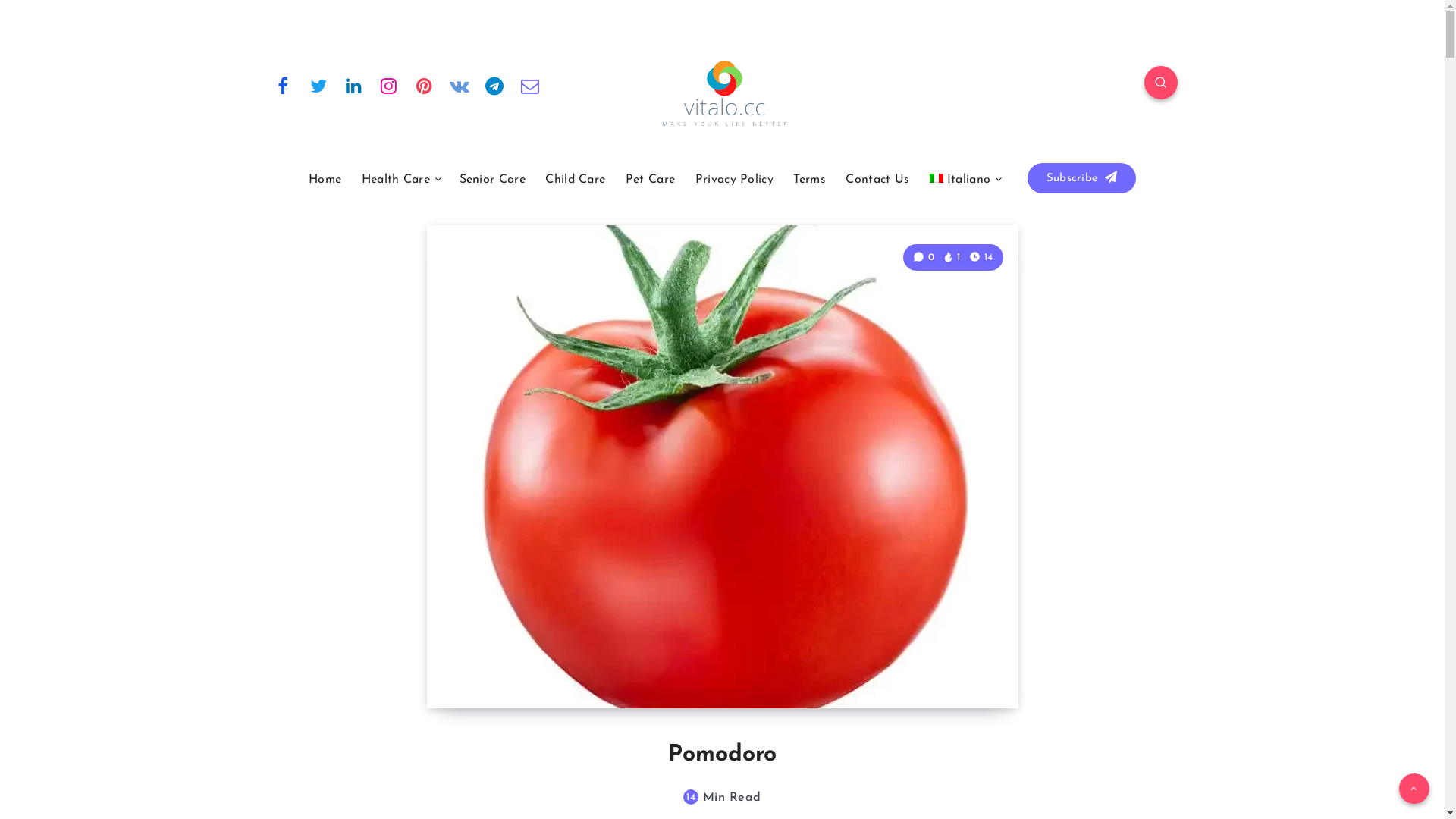  What do you see at coordinates (1027, 177) in the screenshot?
I see `'Subscribe'` at bounding box center [1027, 177].